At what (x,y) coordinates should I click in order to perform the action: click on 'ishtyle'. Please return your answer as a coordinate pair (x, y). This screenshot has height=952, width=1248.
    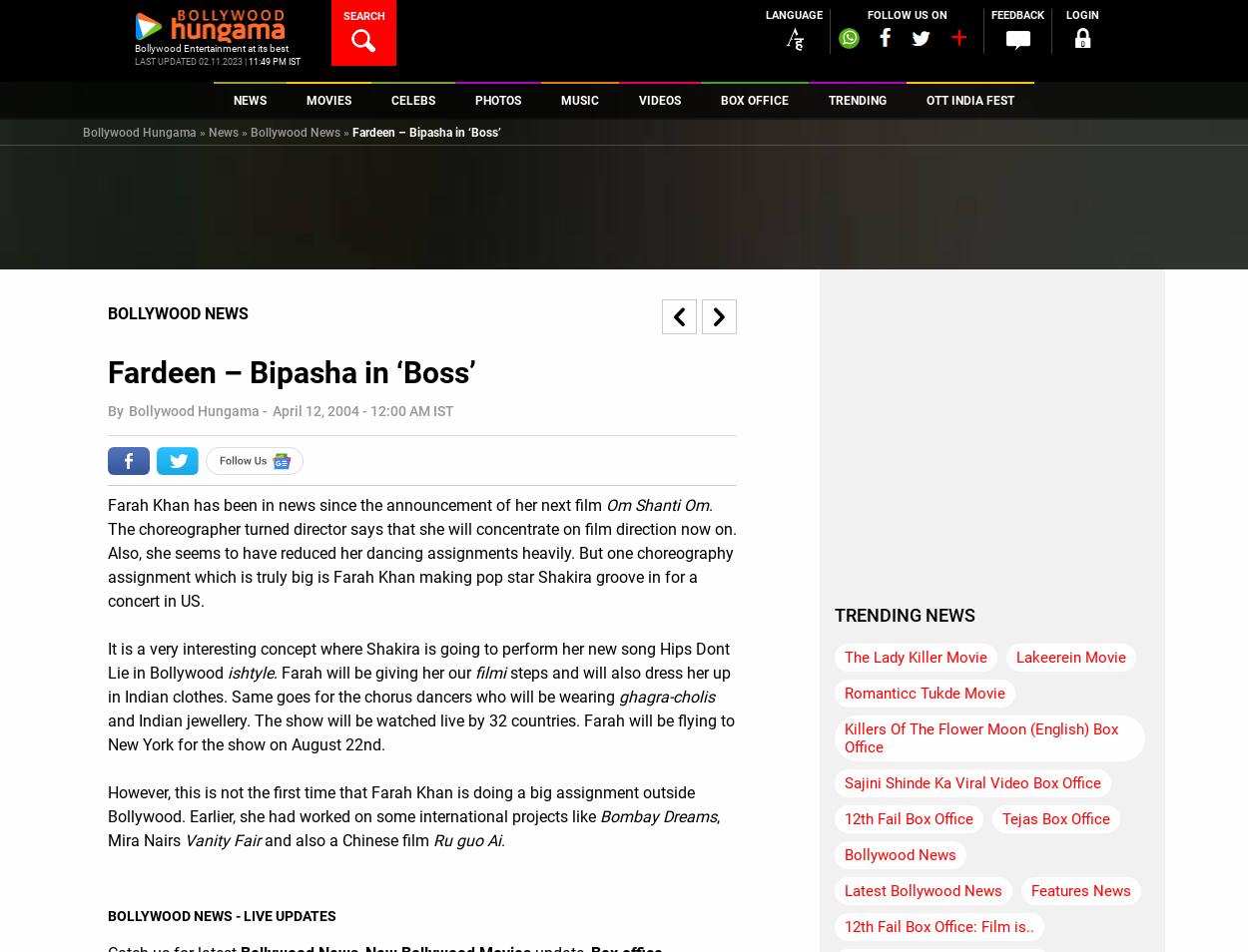
    Looking at the image, I should click on (251, 672).